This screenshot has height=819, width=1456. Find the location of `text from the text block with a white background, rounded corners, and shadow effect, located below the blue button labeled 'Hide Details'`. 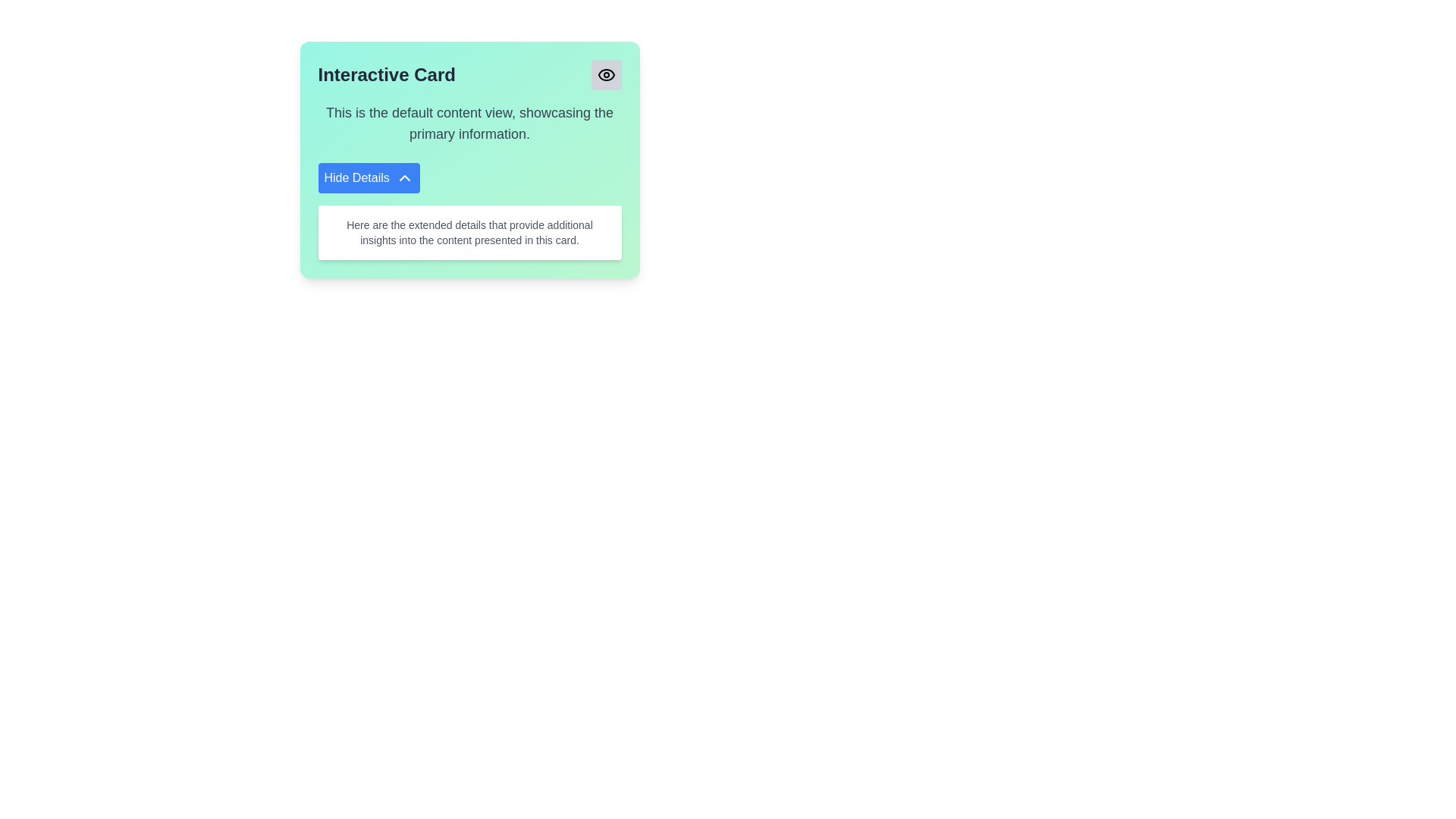

text from the text block with a white background, rounded corners, and shadow effect, located below the blue button labeled 'Hide Details' is located at coordinates (469, 233).